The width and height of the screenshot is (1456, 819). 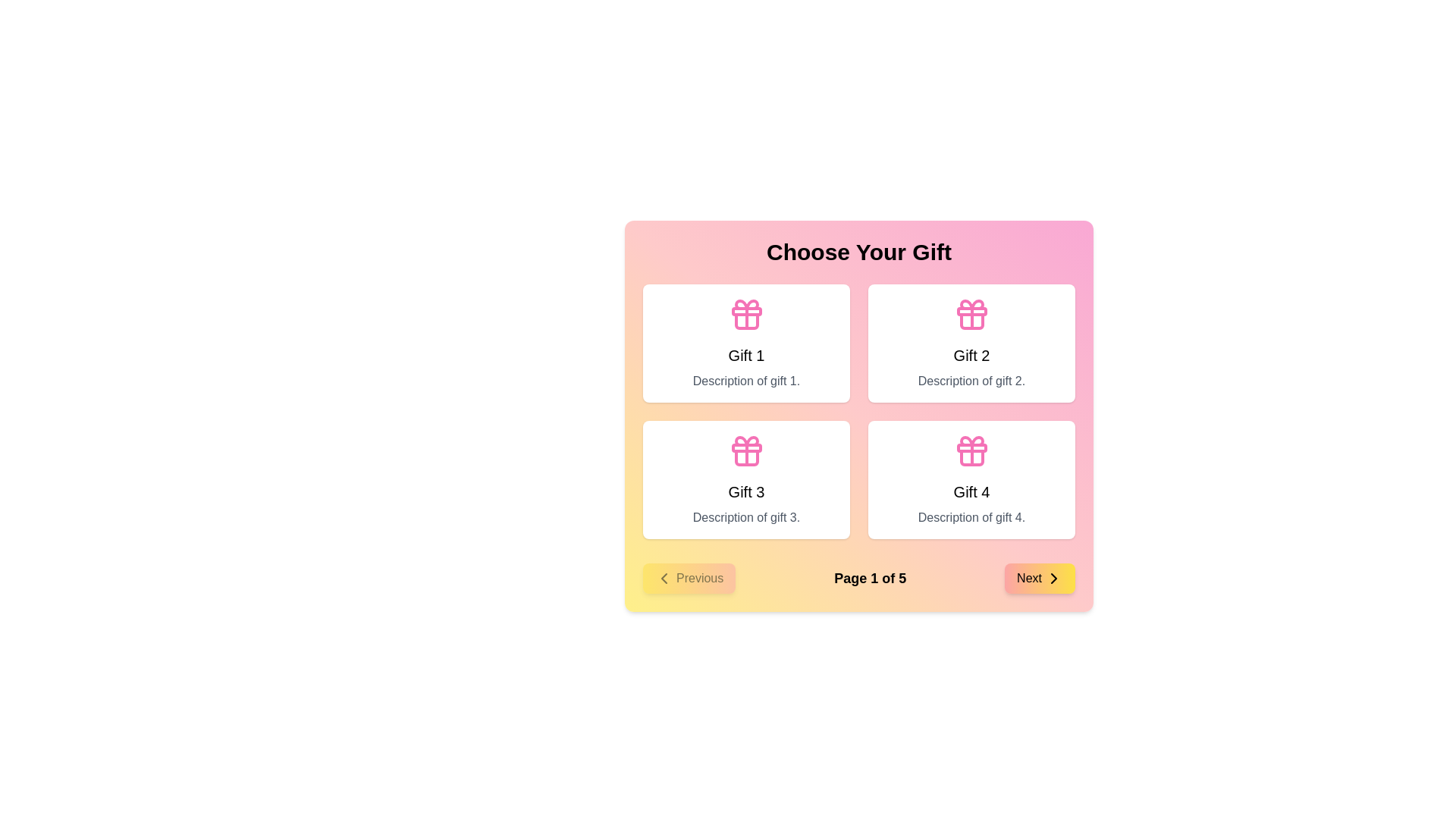 What do you see at coordinates (870, 579) in the screenshot?
I see `the informational Text label that shows the current page number (1) out of 5, located at the bottom of the interface between the 'Previous' and 'Next' buttons` at bounding box center [870, 579].